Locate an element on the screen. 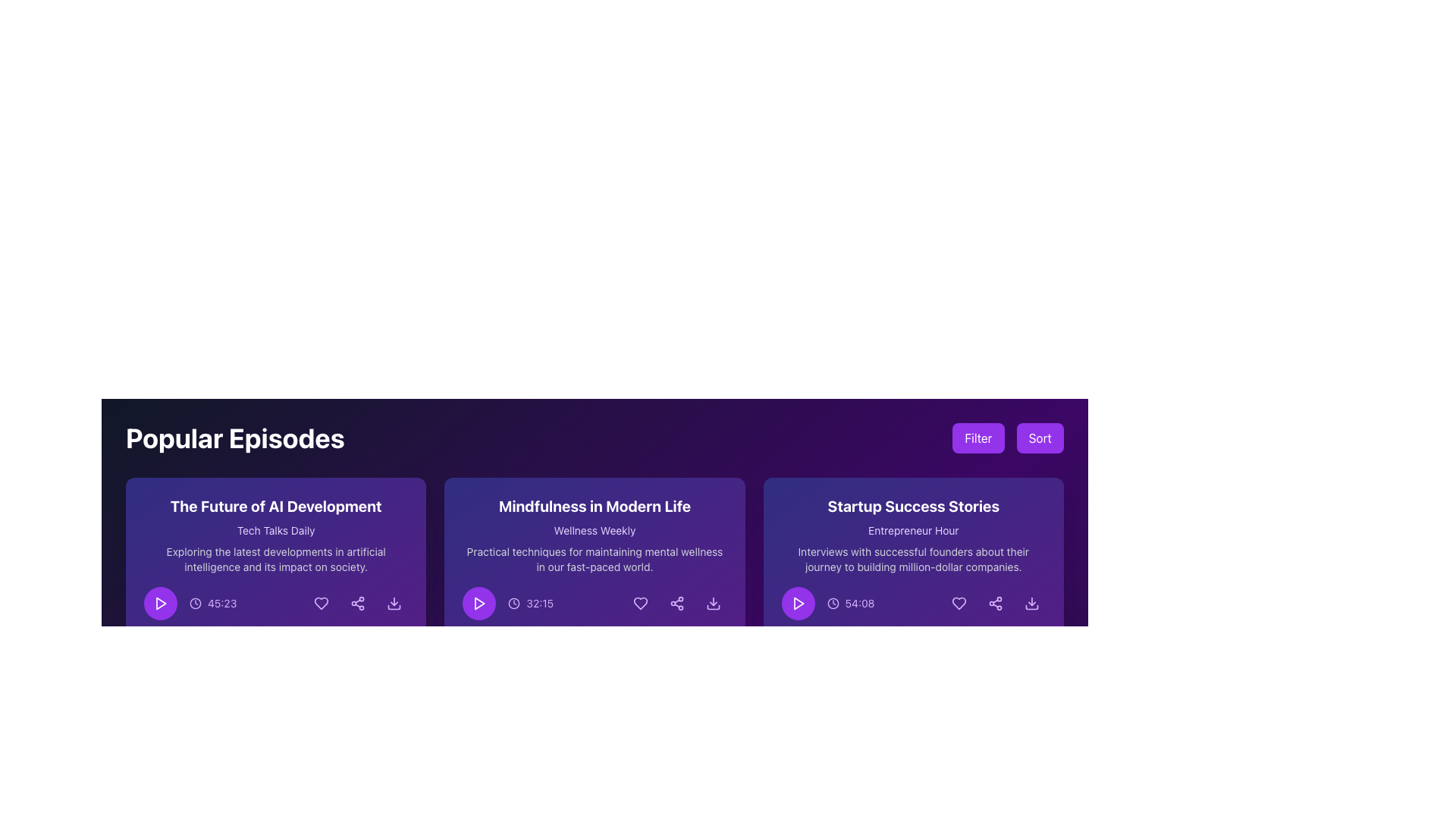 The width and height of the screenshot is (1456, 819). the purple heart-shaped icon below the 'Mindfulness in Modern Life' card to like or favorite the item is located at coordinates (640, 602).